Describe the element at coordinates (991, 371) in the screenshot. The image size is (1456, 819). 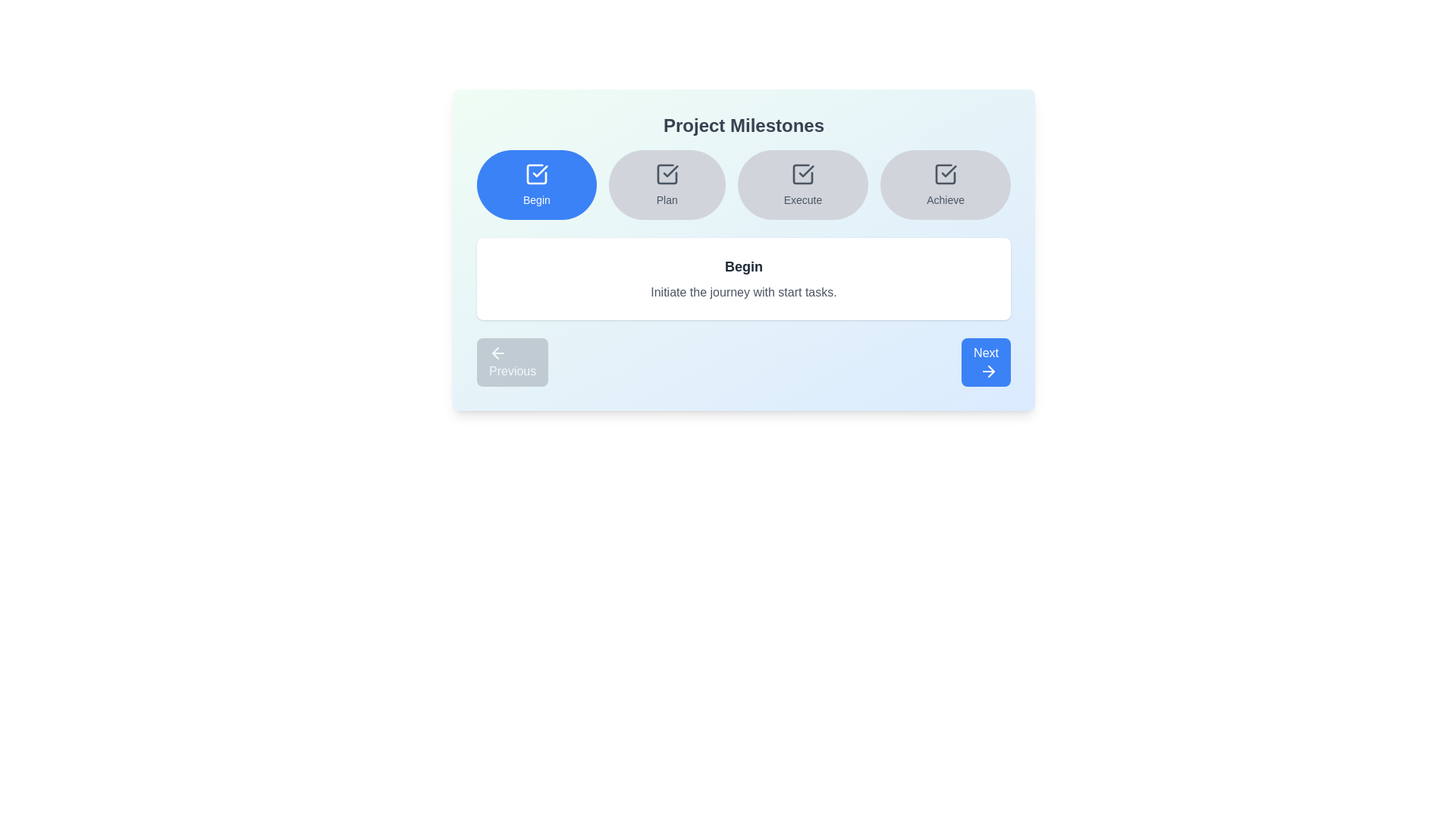
I see `the right-arrow-shaped icon located within the rightmost part of the 'Next' button` at that location.